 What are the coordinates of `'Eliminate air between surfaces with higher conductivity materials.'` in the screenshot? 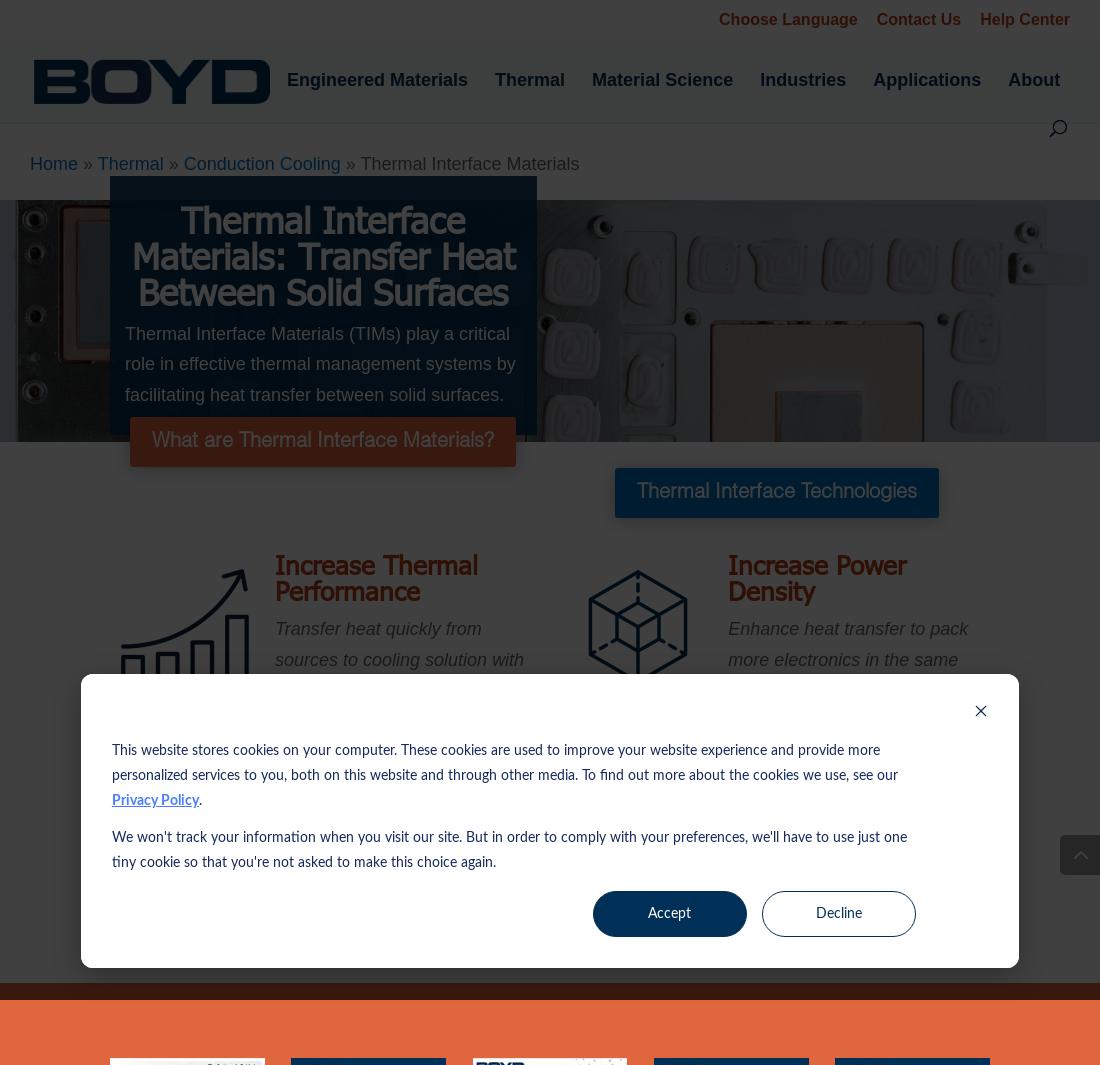 It's located at (397, 826).